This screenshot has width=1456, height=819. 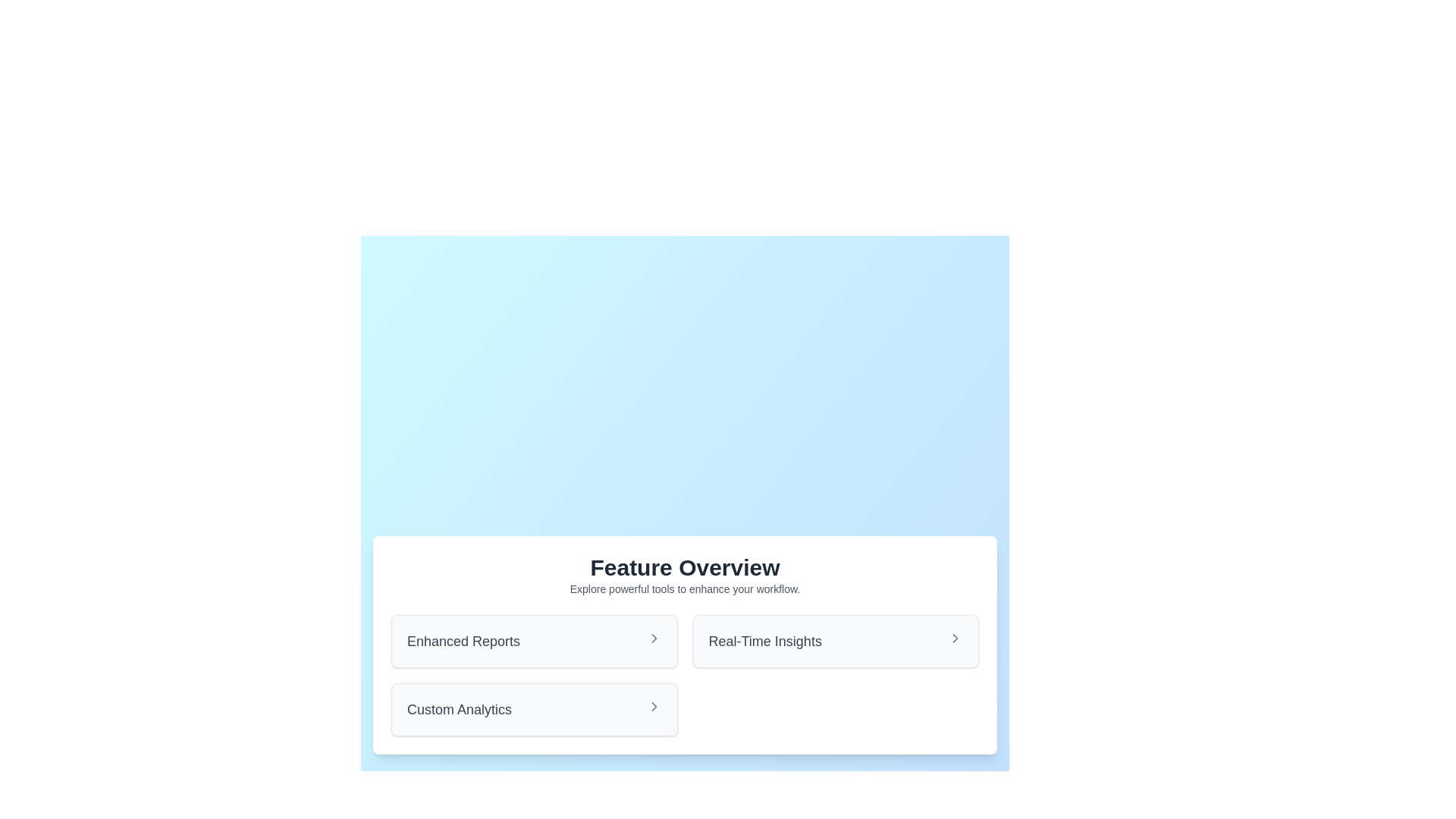 I want to click on the rightward-pointing chevron icon located within the 'Custom Analytics' option, positioned to the right side of the navigation group under 'Feature Overview', so click(x=654, y=707).